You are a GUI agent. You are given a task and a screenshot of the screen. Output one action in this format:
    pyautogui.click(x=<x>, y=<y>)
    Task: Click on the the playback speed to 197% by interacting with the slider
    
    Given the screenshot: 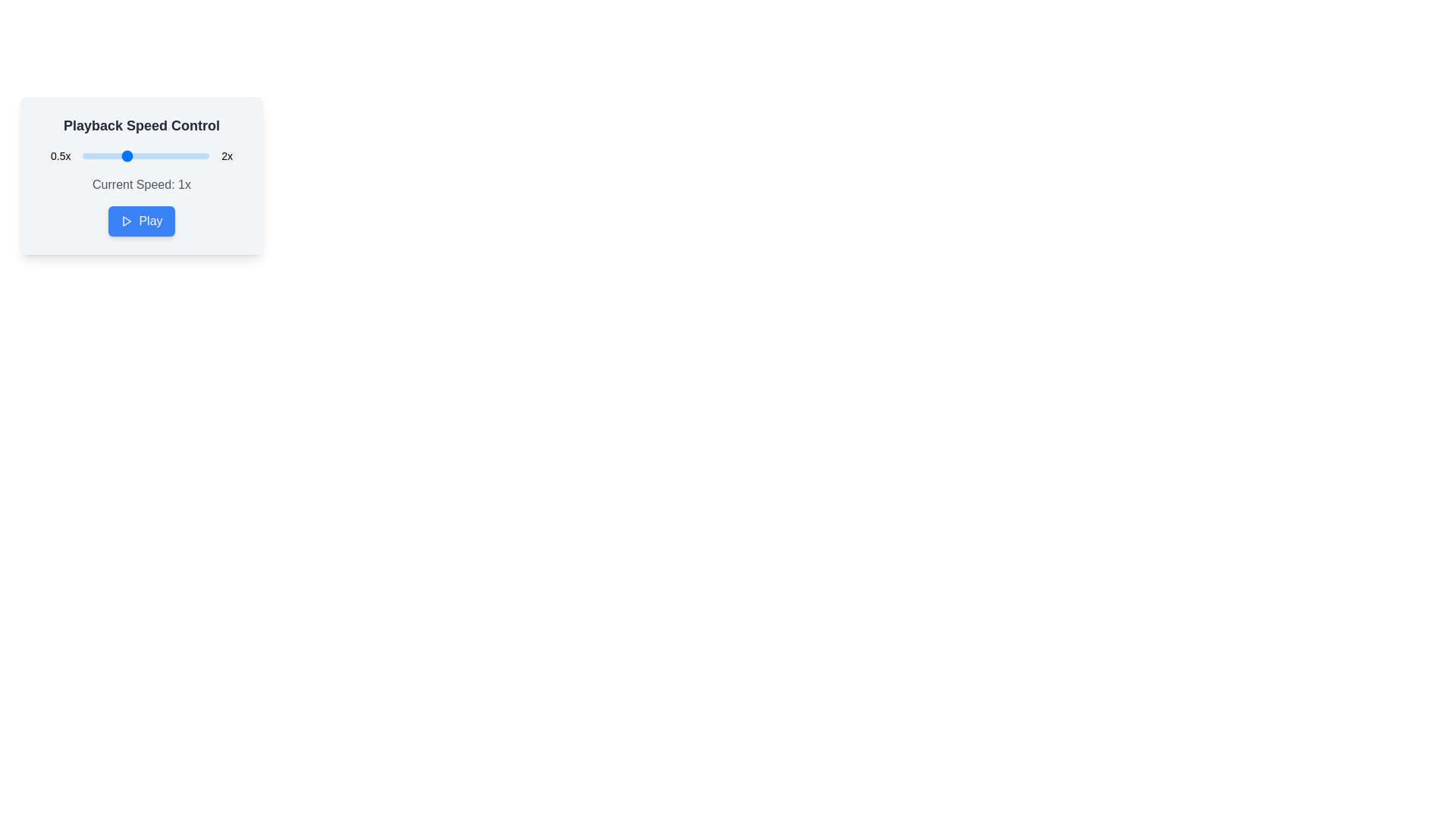 What is the action you would take?
    pyautogui.click(x=206, y=155)
    